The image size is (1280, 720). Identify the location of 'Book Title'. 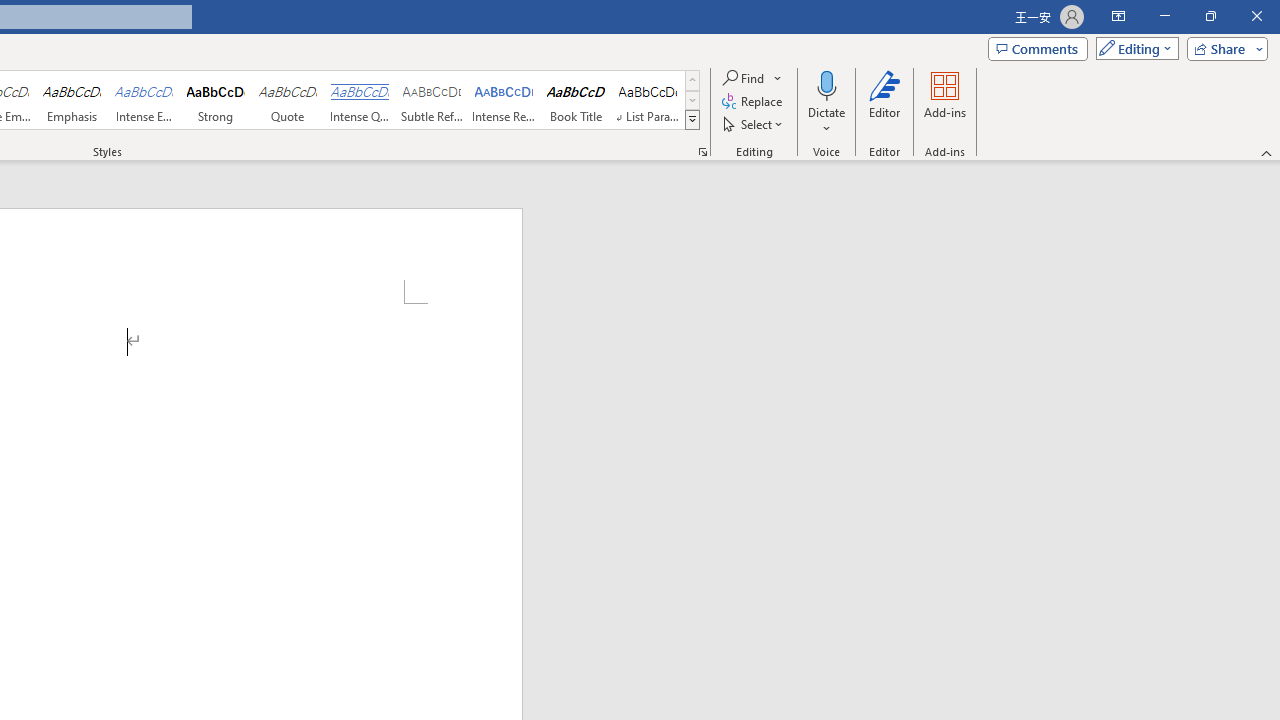
(575, 100).